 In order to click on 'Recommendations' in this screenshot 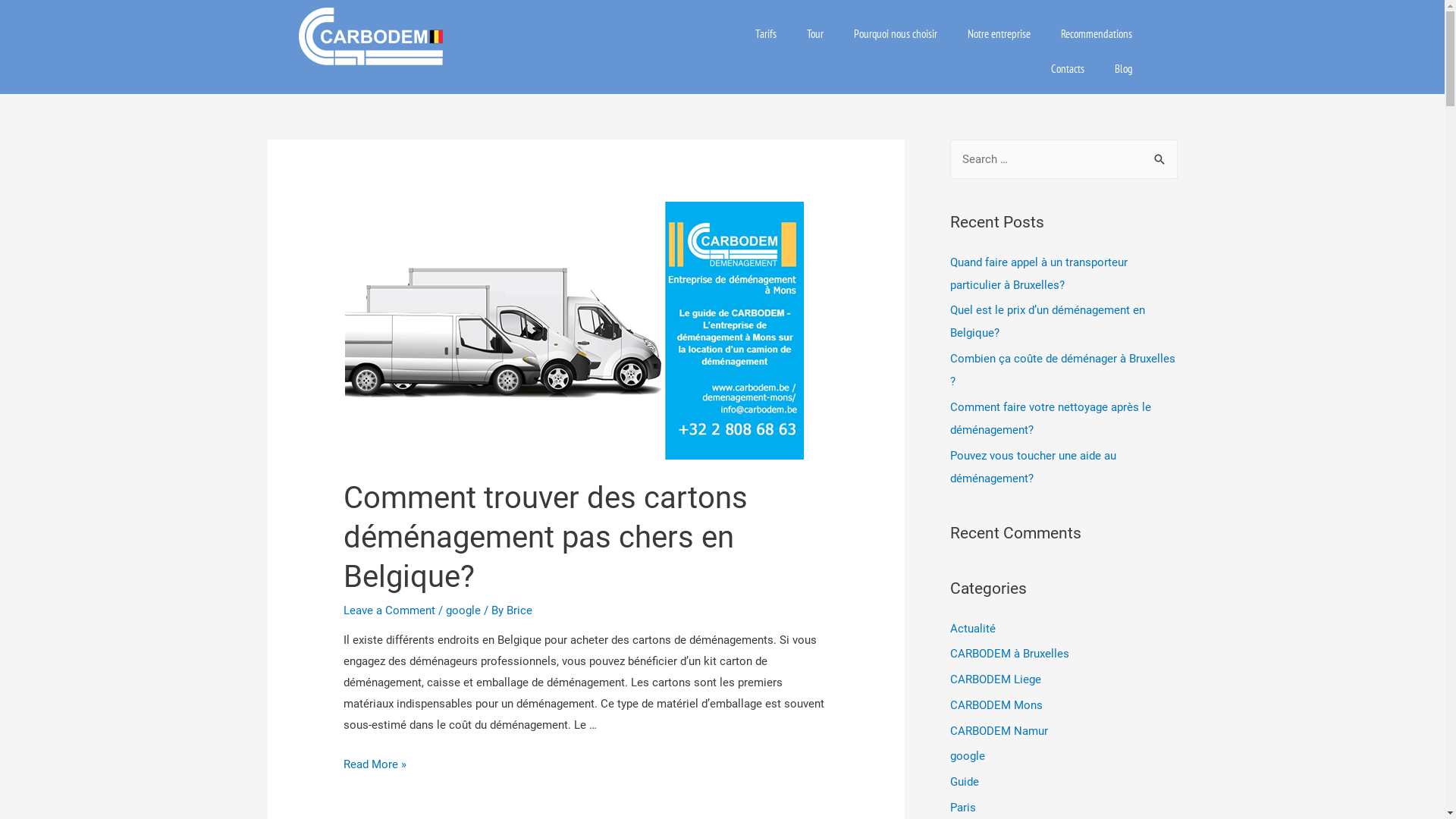, I will do `click(1095, 34)`.